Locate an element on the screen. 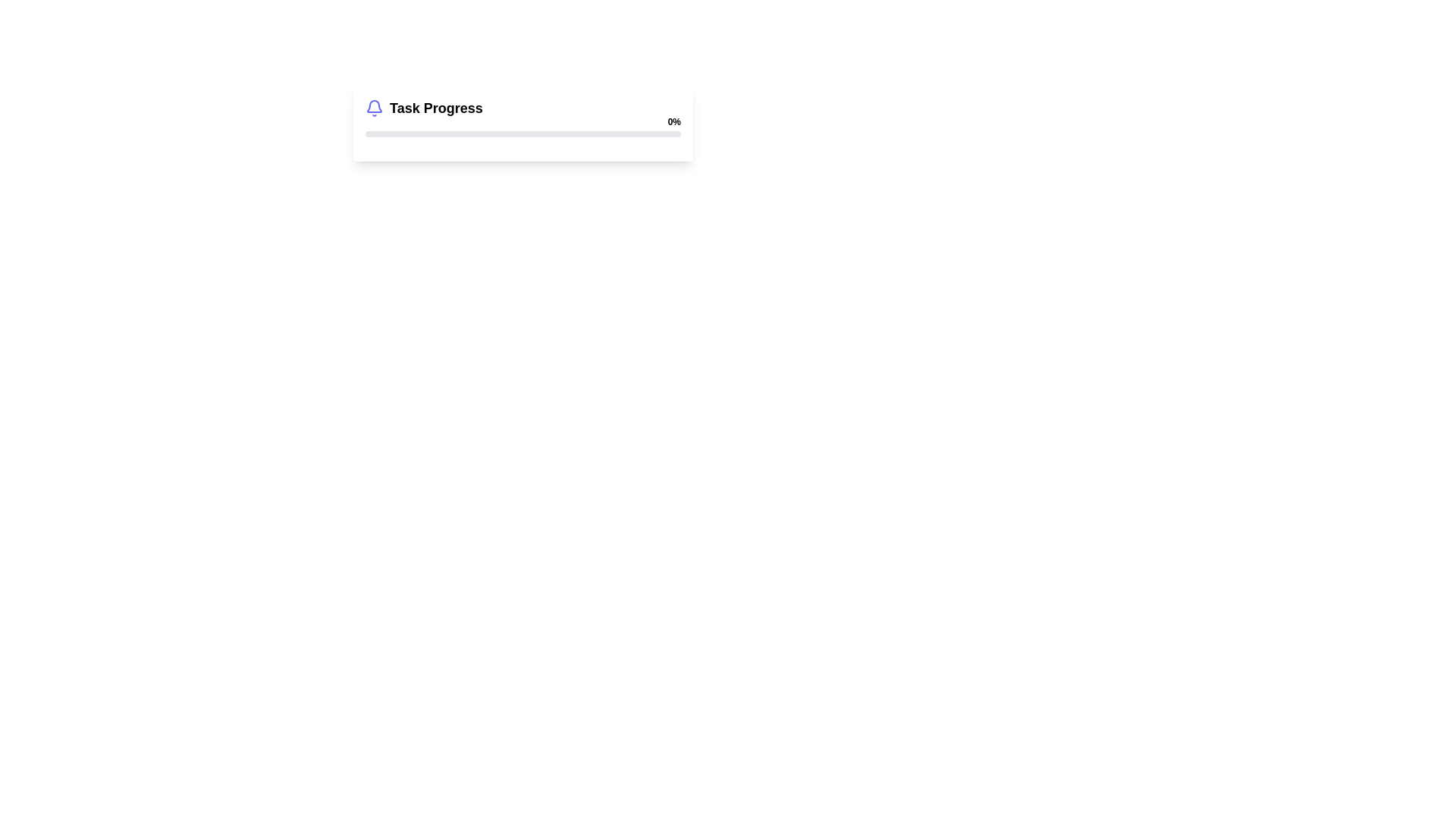 The width and height of the screenshot is (1456, 819). the Bell Icon element, which is a simplistic indigo-colored bell-shaped icon located to the left of the 'Task Progress' text is located at coordinates (375, 107).